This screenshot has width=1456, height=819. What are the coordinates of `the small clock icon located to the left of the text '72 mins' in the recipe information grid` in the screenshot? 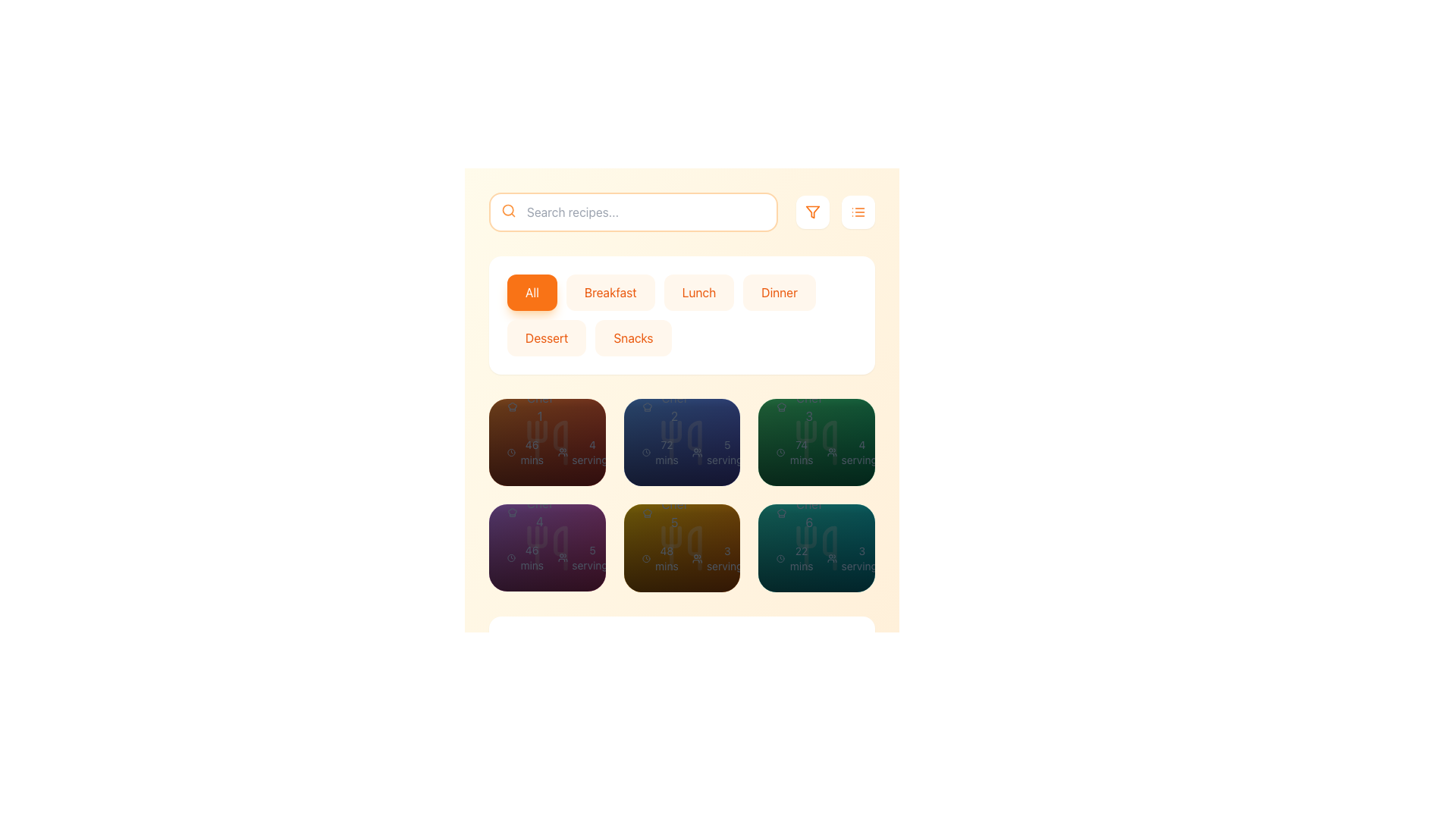 It's located at (646, 452).